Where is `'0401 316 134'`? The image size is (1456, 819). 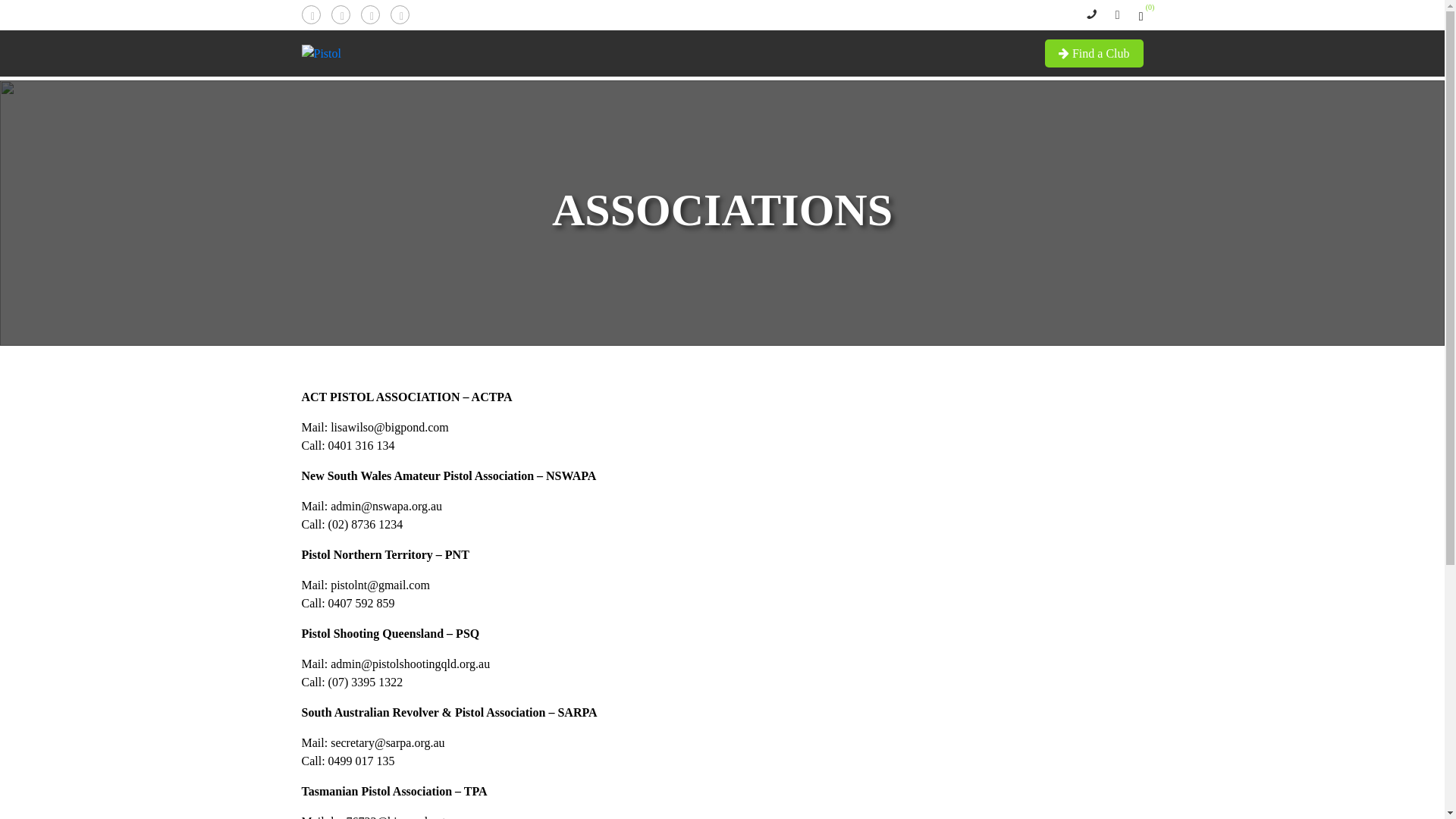 '0401 316 134' is located at coordinates (360, 444).